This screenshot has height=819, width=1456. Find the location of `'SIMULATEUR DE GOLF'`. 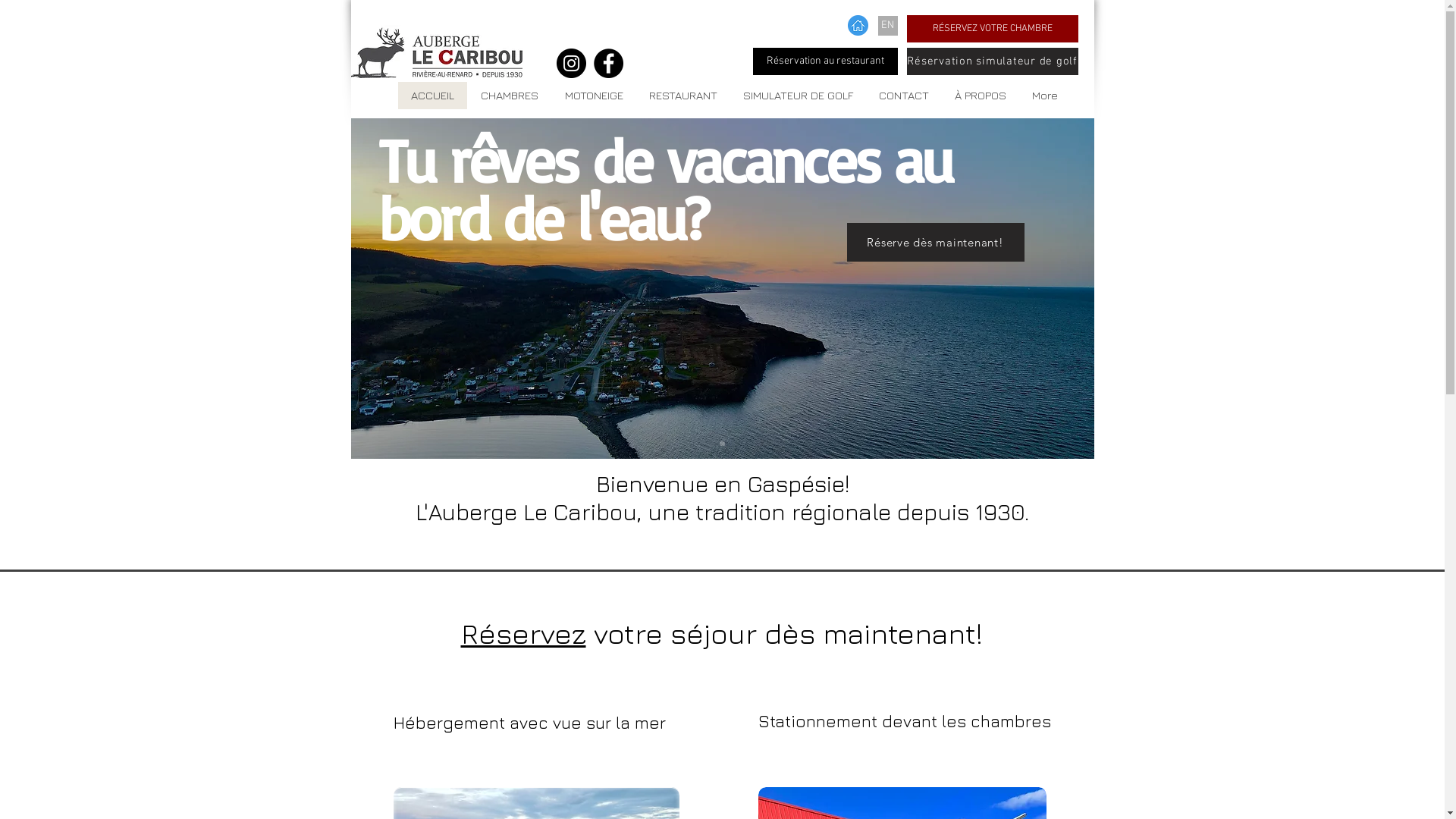

'SIMULATEUR DE GOLF' is located at coordinates (729, 96).